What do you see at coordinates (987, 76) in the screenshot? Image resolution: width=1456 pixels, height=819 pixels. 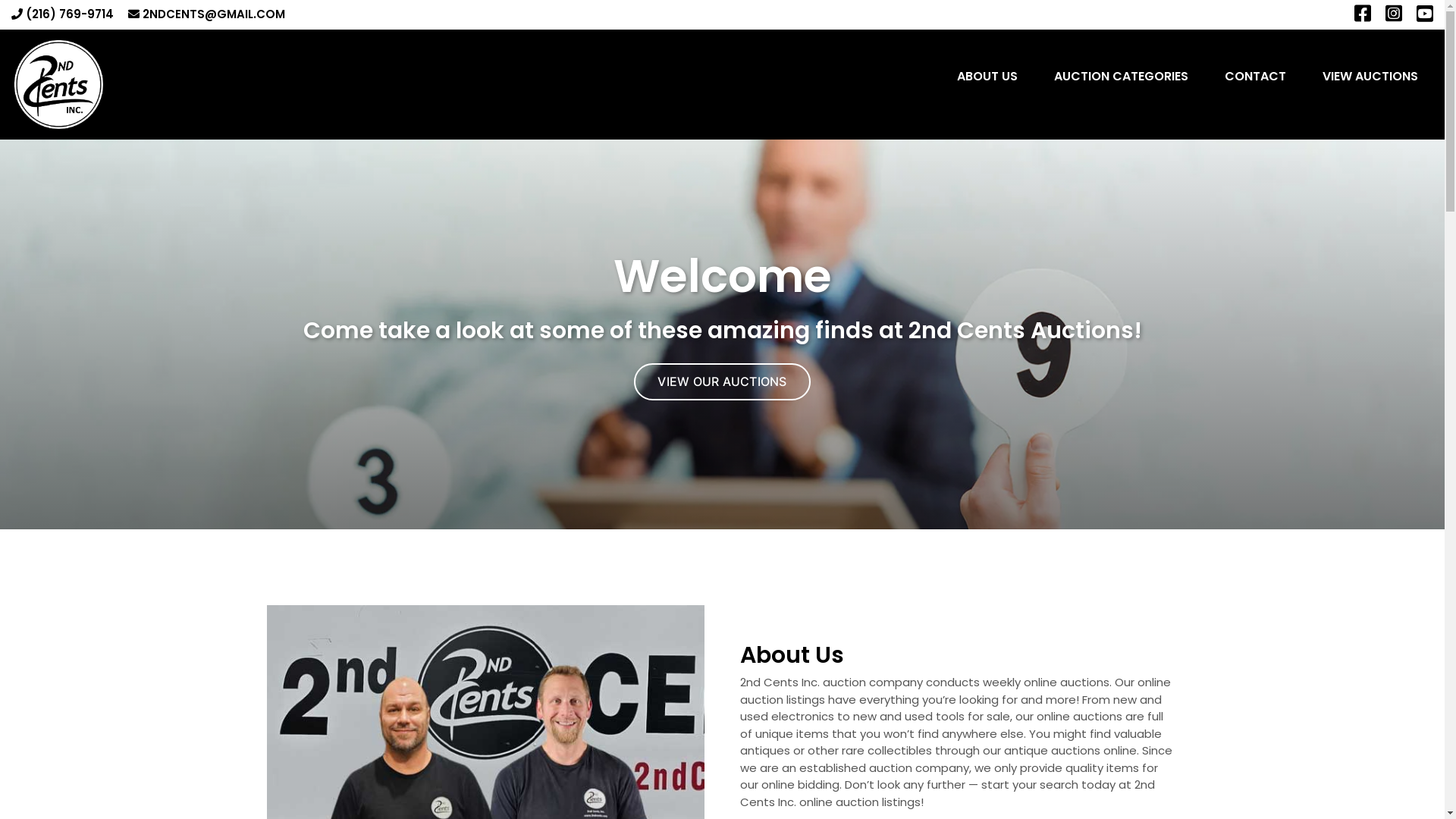 I see `'ABOUT US'` at bounding box center [987, 76].